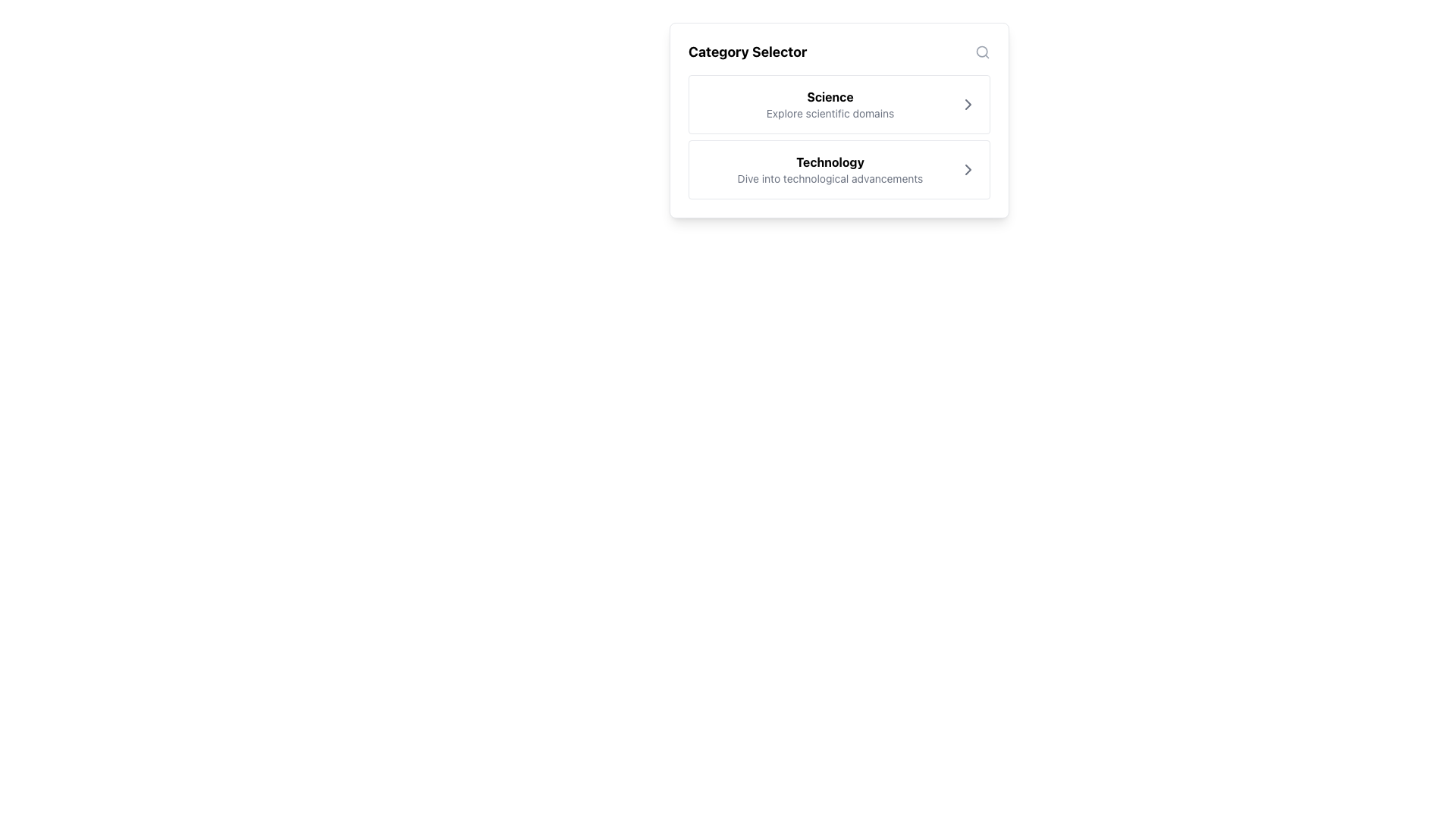 The width and height of the screenshot is (1456, 819). Describe the element at coordinates (967, 169) in the screenshot. I see `the disabled arrow icon located in the bottom-right corner of the 'Technology' category list. This icon is styled in gray and resembles a '>' symbol, indicating it is inactive` at that location.